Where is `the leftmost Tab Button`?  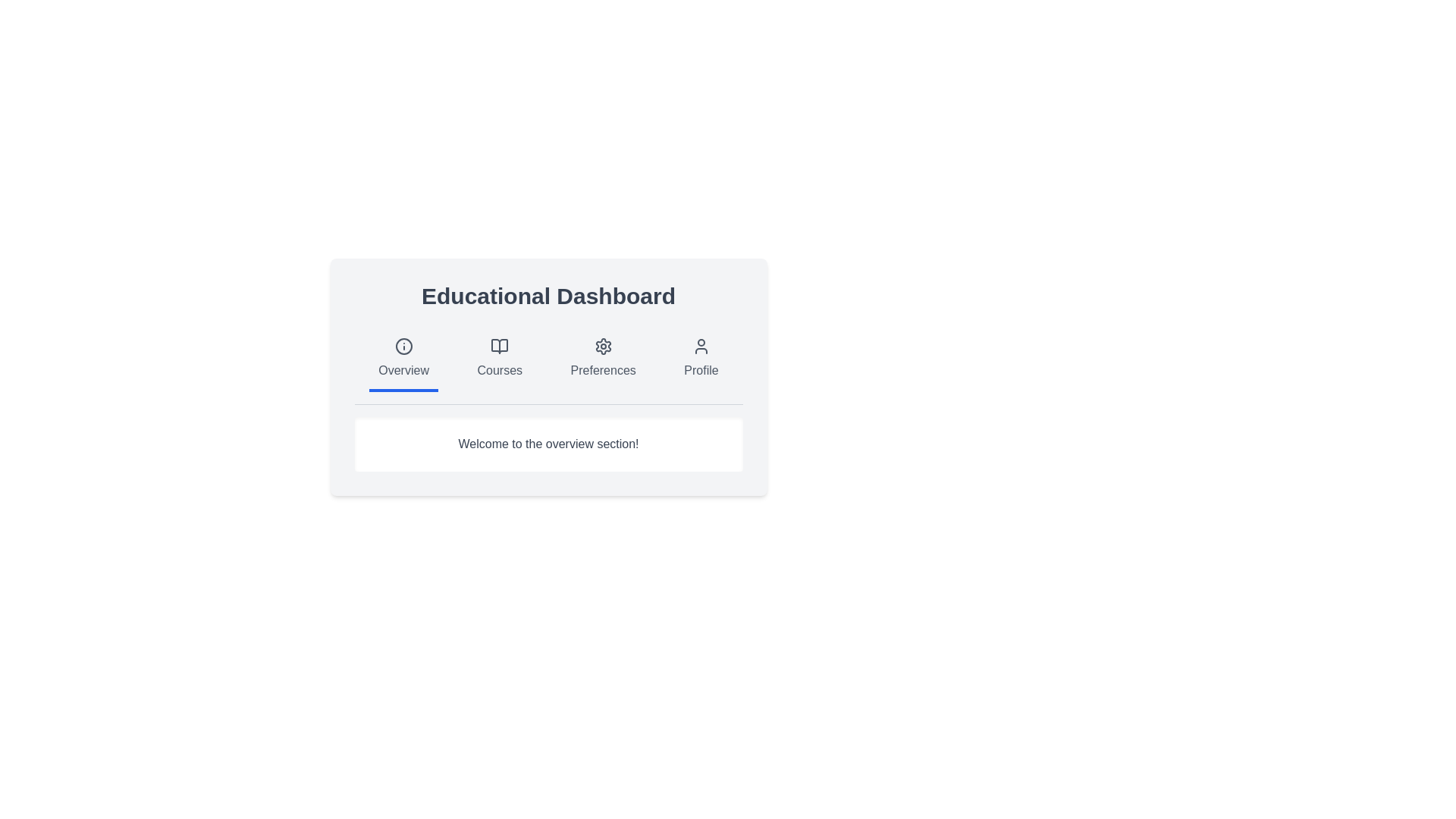 the leftmost Tab Button is located at coordinates (403, 359).